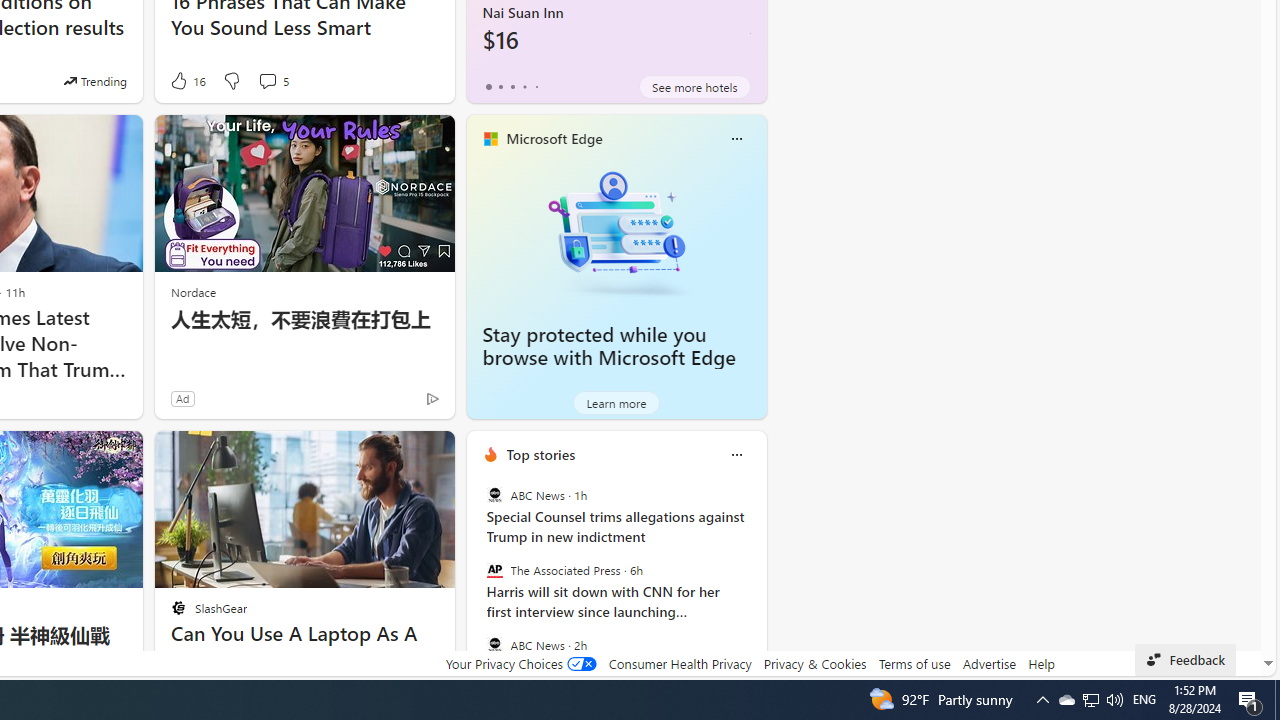 The image size is (1280, 720). I want to click on 'View comments 5 Comment', so click(266, 80).